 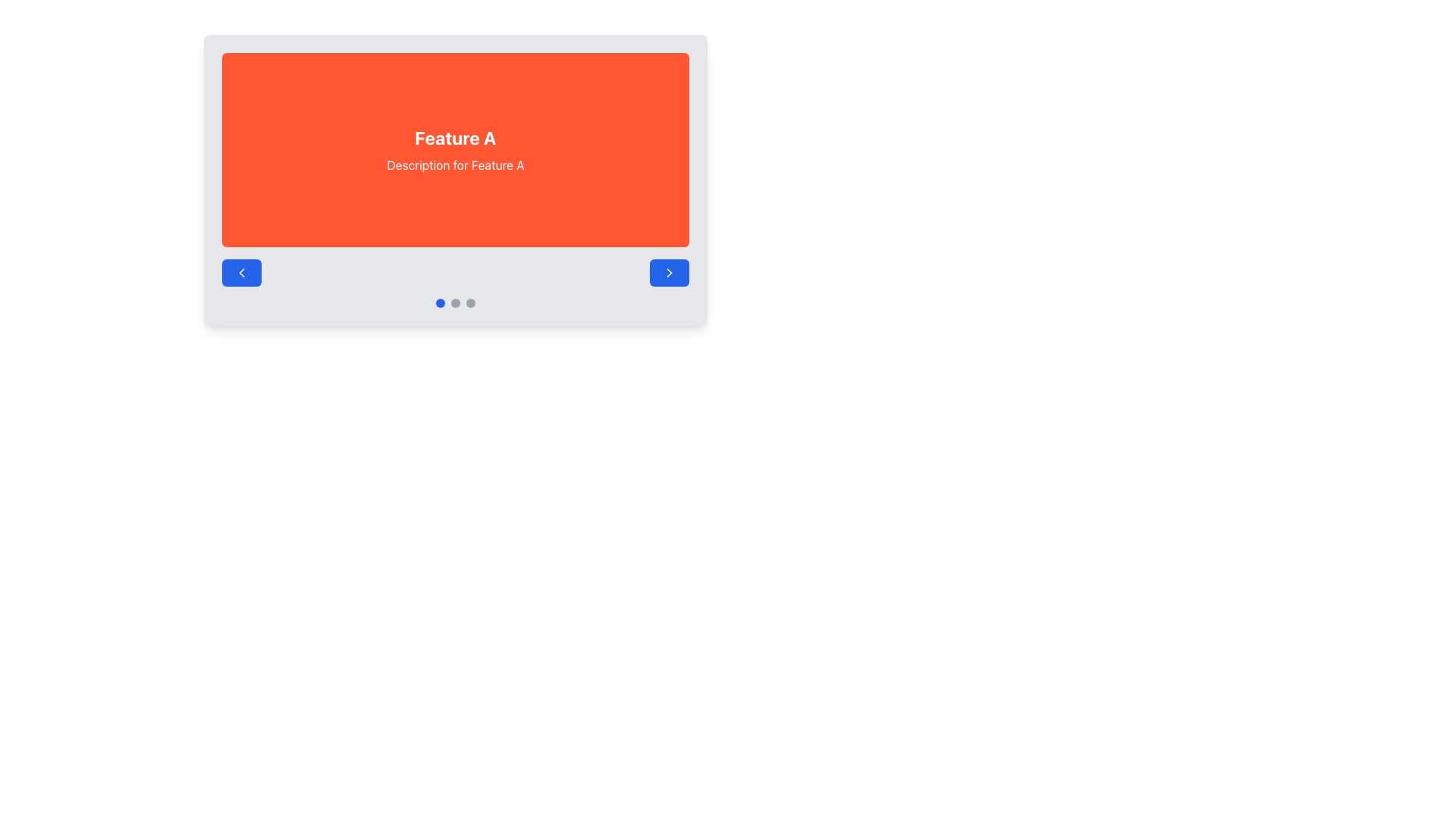 I want to click on the second circular indicator in the carousel navigation, located between a blue-filled indicator and a gray-filled indicator, to visually highlight it, so click(x=454, y=303).